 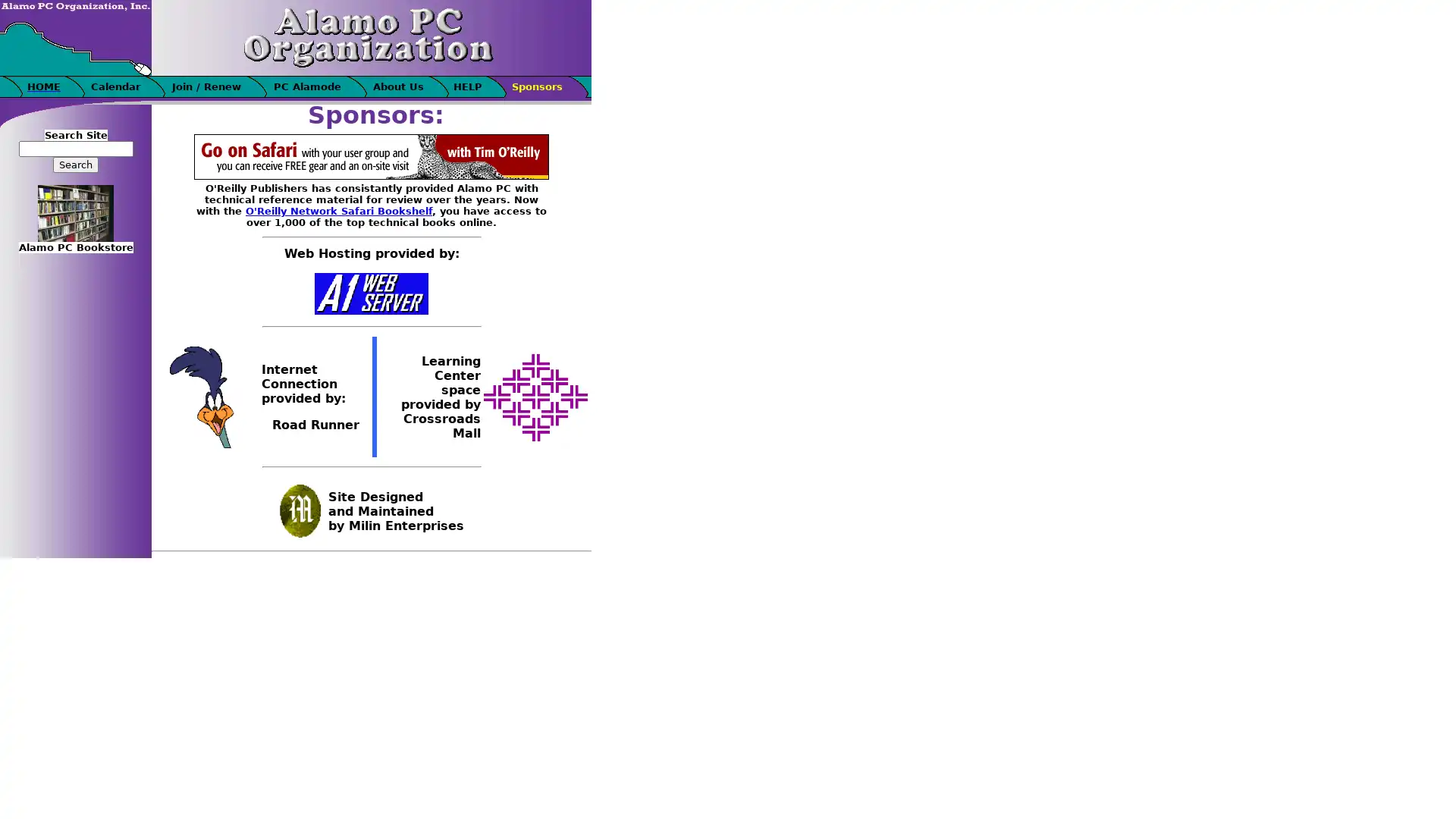 What do you see at coordinates (75, 165) in the screenshot?
I see `Search` at bounding box center [75, 165].